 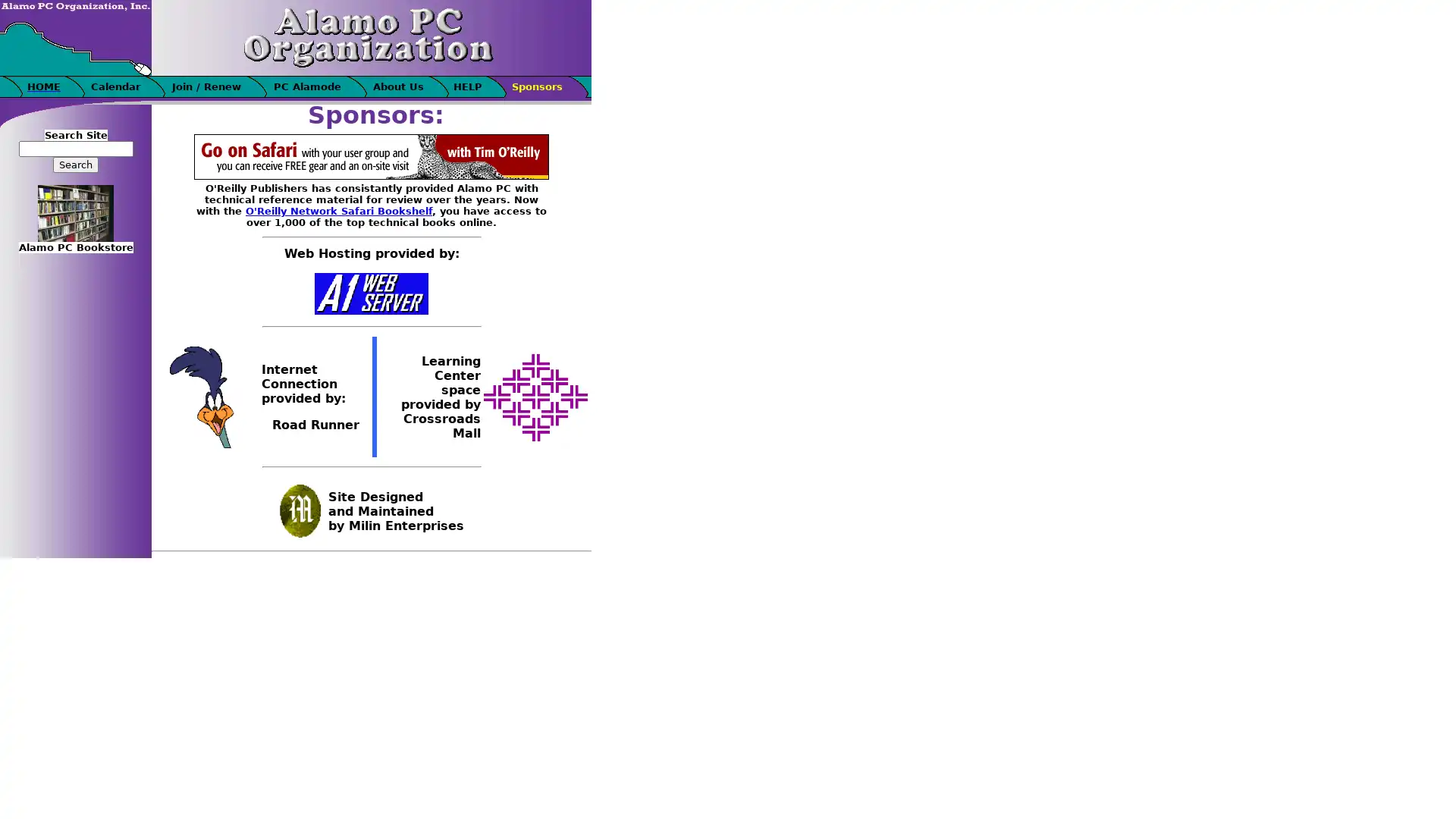 What do you see at coordinates (75, 165) in the screenshot?
I see `Search` at bounding box center [75, 165].